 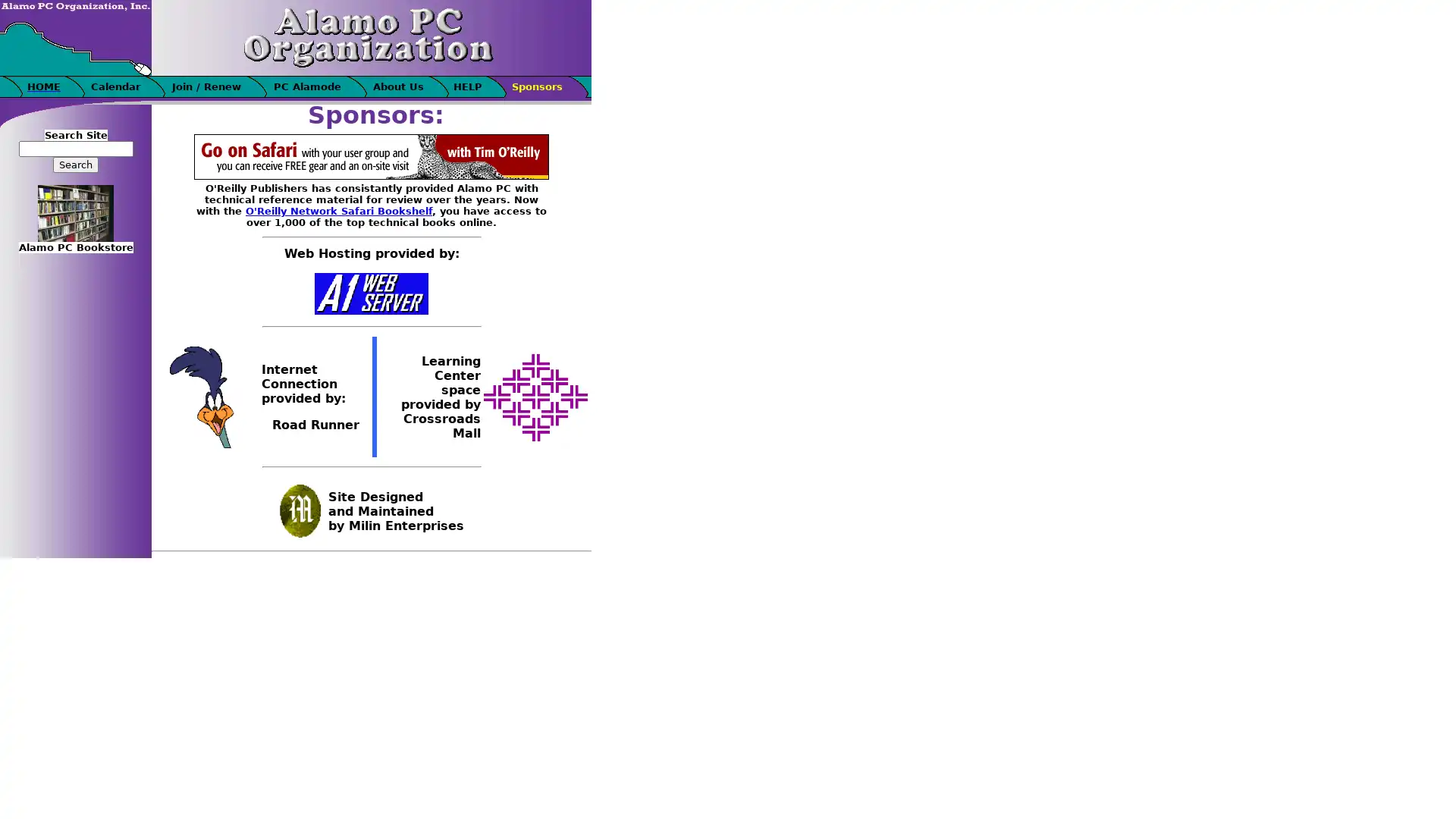 What do you see at coordinates (75, 165) in the screenshot?
I see `Search` at bounding box center [75, 165].